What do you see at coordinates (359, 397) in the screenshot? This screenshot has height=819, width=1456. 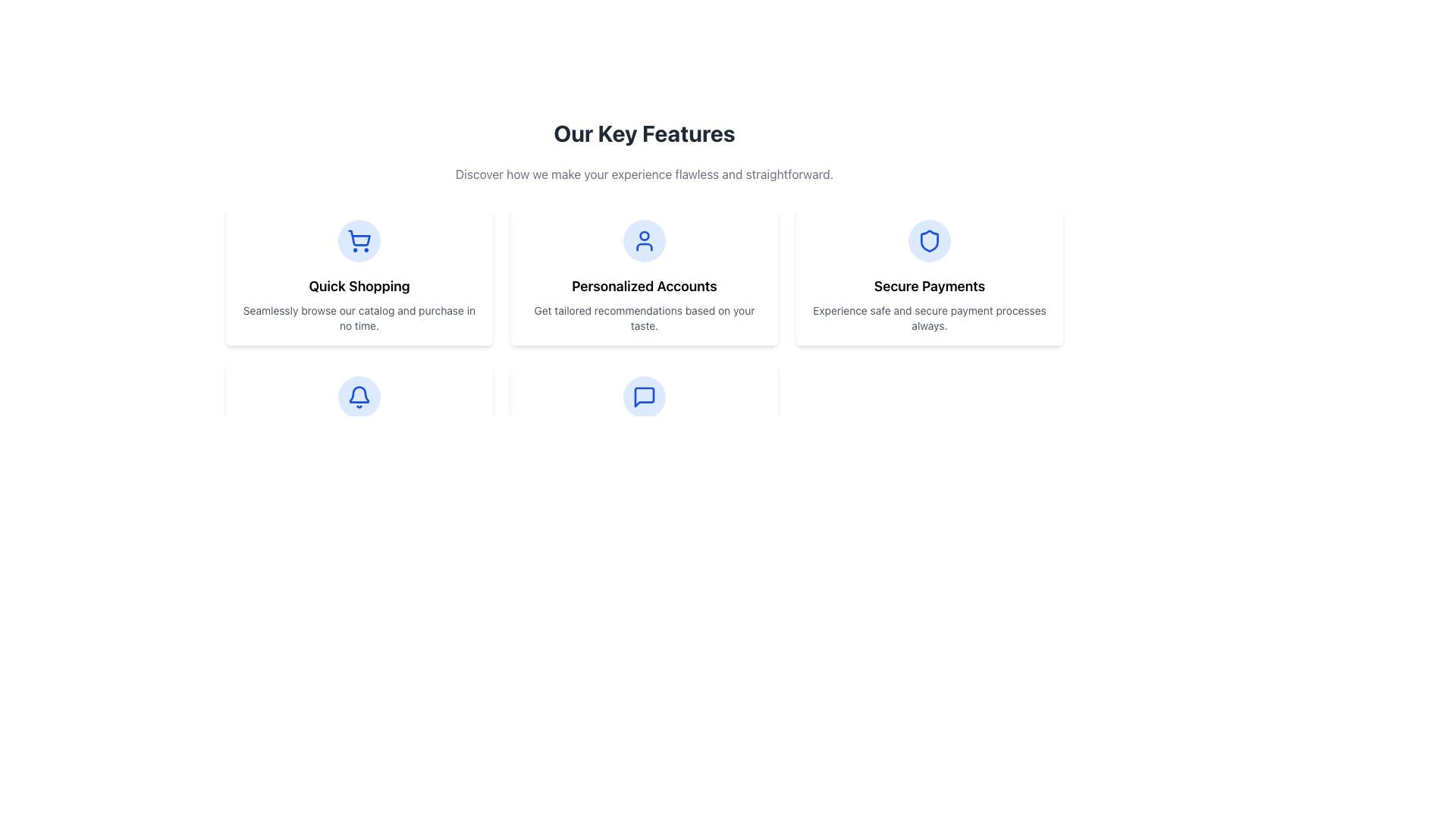 I see `the central decorative icon of the notification card located in the leftmost column of the secondary row under the main feature grid` at bounding box center [359, 397].